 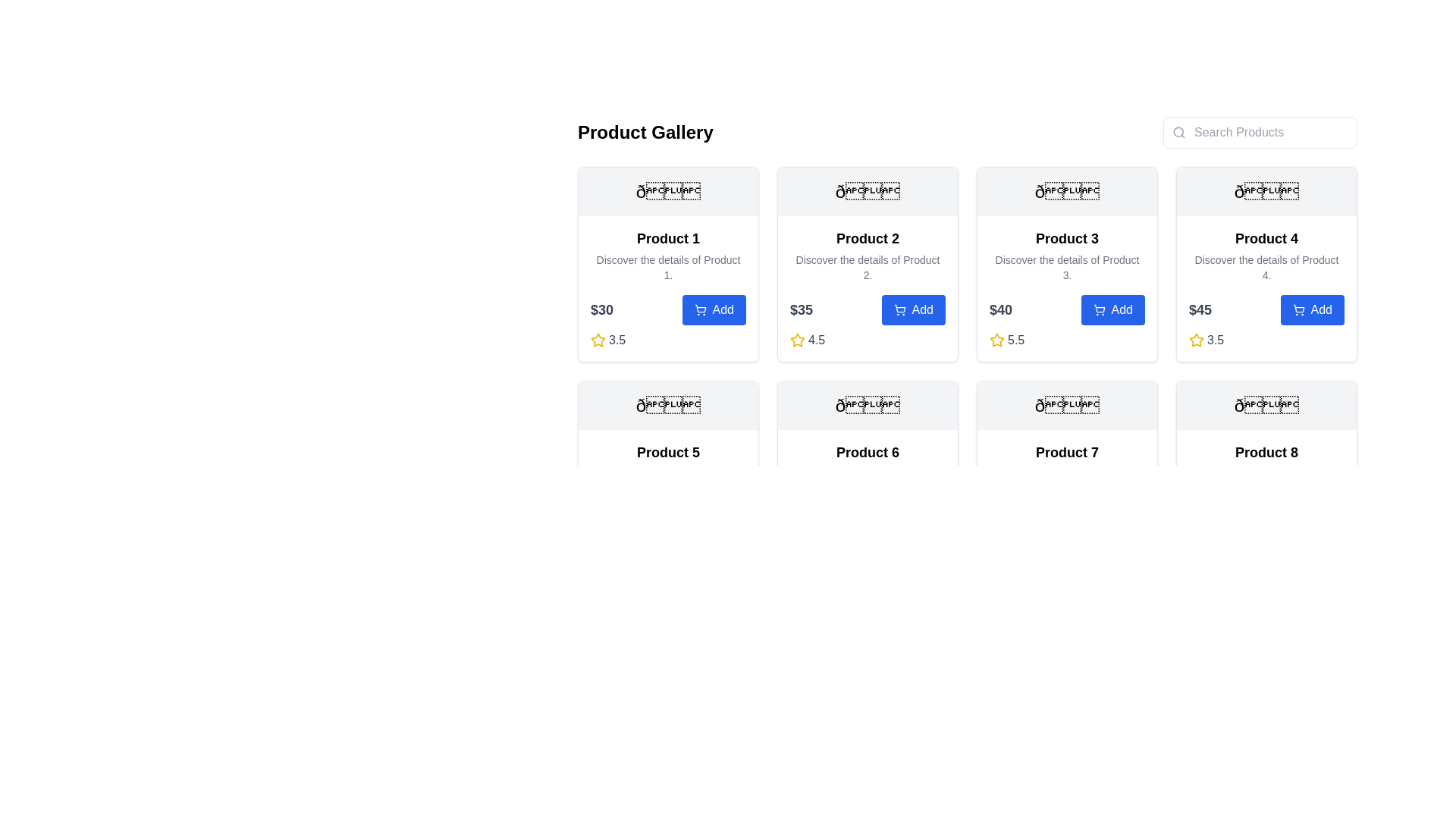 What do you see at coordinates (1016, 339) in the screenshot?
I see `text displayed in the gray medium-weight font label that shows the value '5.5', positioned to the right of the star icon in the rating system component` at bounding box center [1016, 339].